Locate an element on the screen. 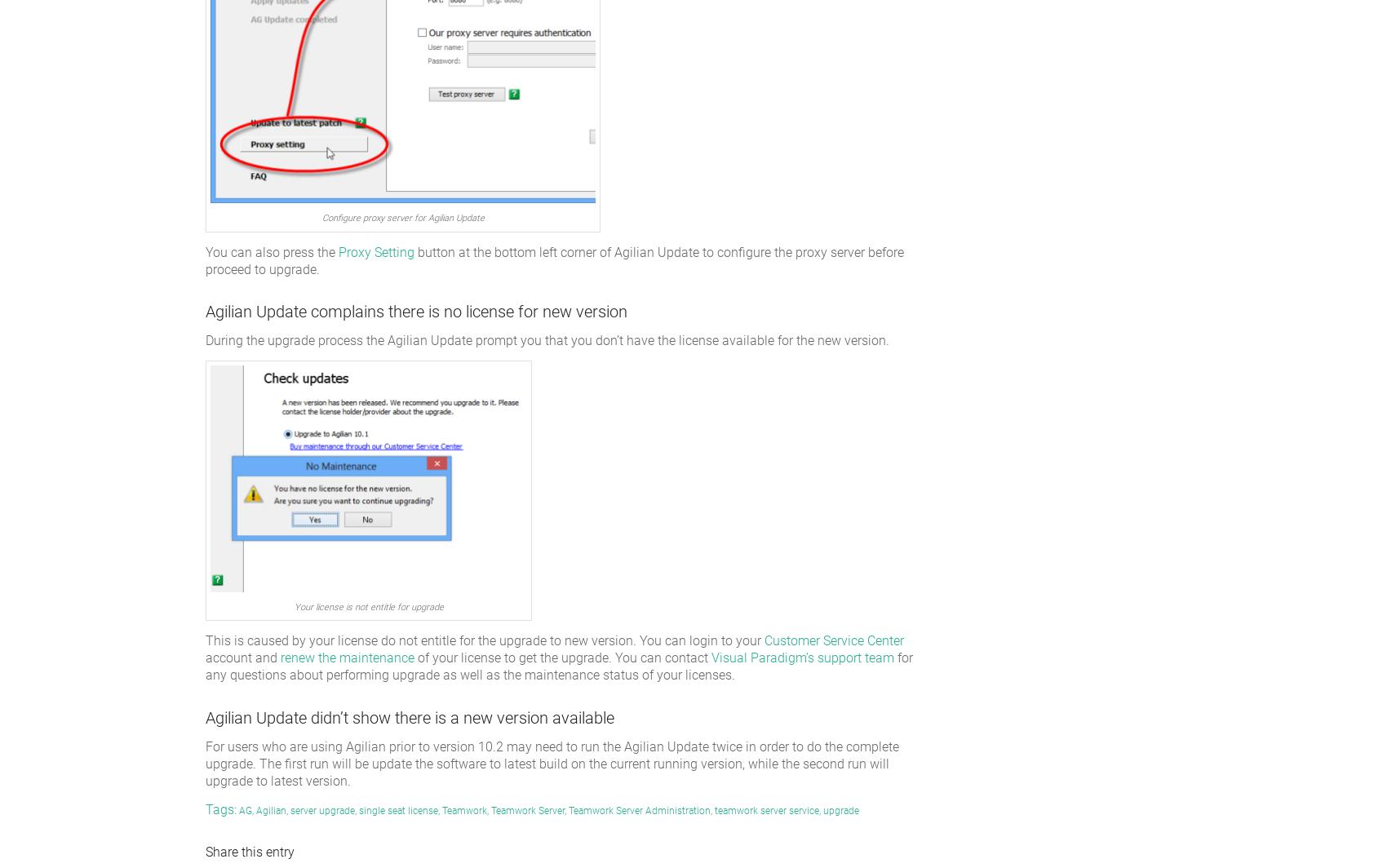  'During the upgrade process the Agilian Update prompt you that you don’t have the license available for the new version.' is located at coordinates (547, 339).